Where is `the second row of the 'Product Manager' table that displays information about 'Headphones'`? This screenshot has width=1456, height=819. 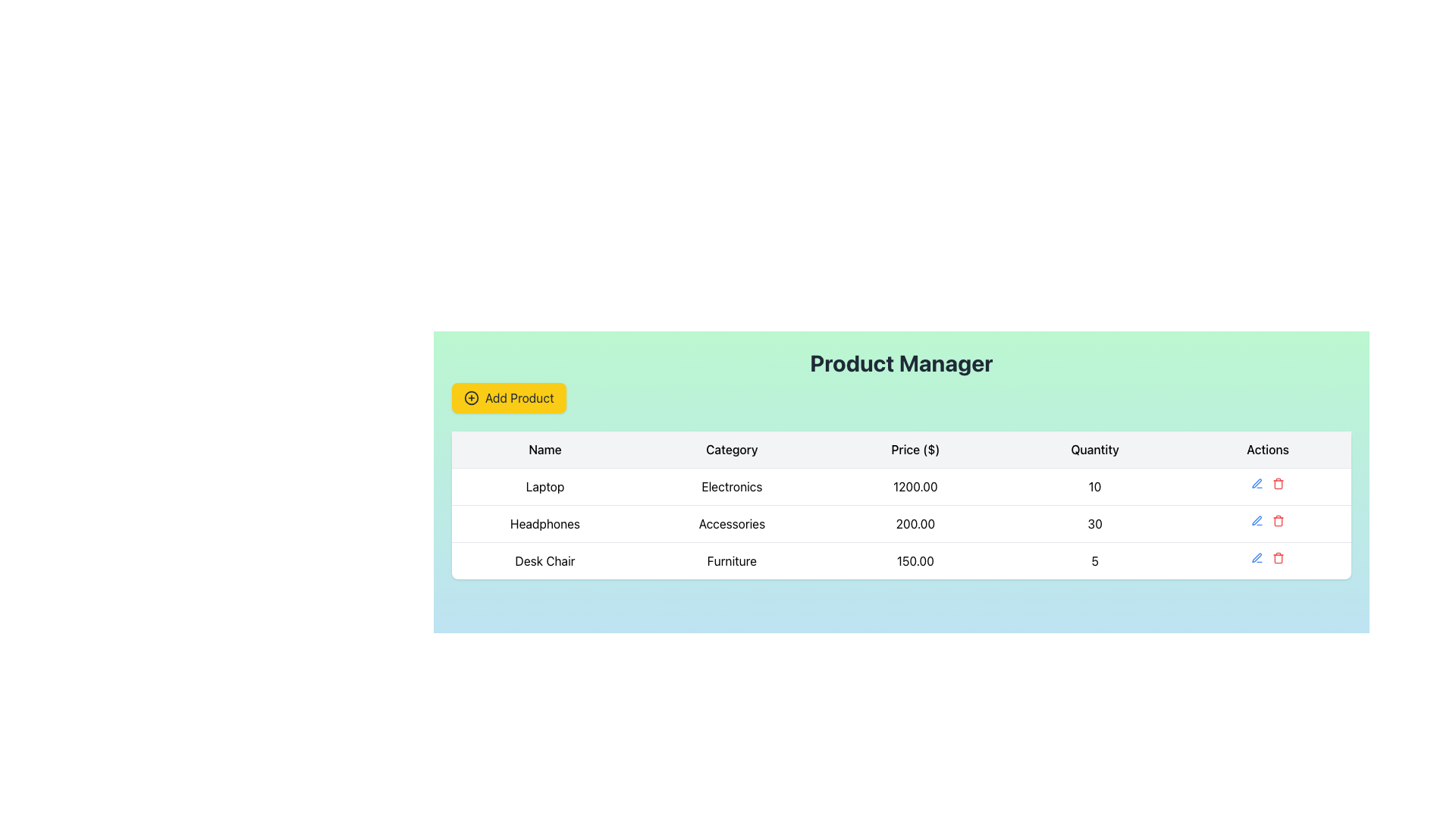
the second row of the 'Product Manager' table that displays information about 'Headphones' is located at coordinates (902, 522).